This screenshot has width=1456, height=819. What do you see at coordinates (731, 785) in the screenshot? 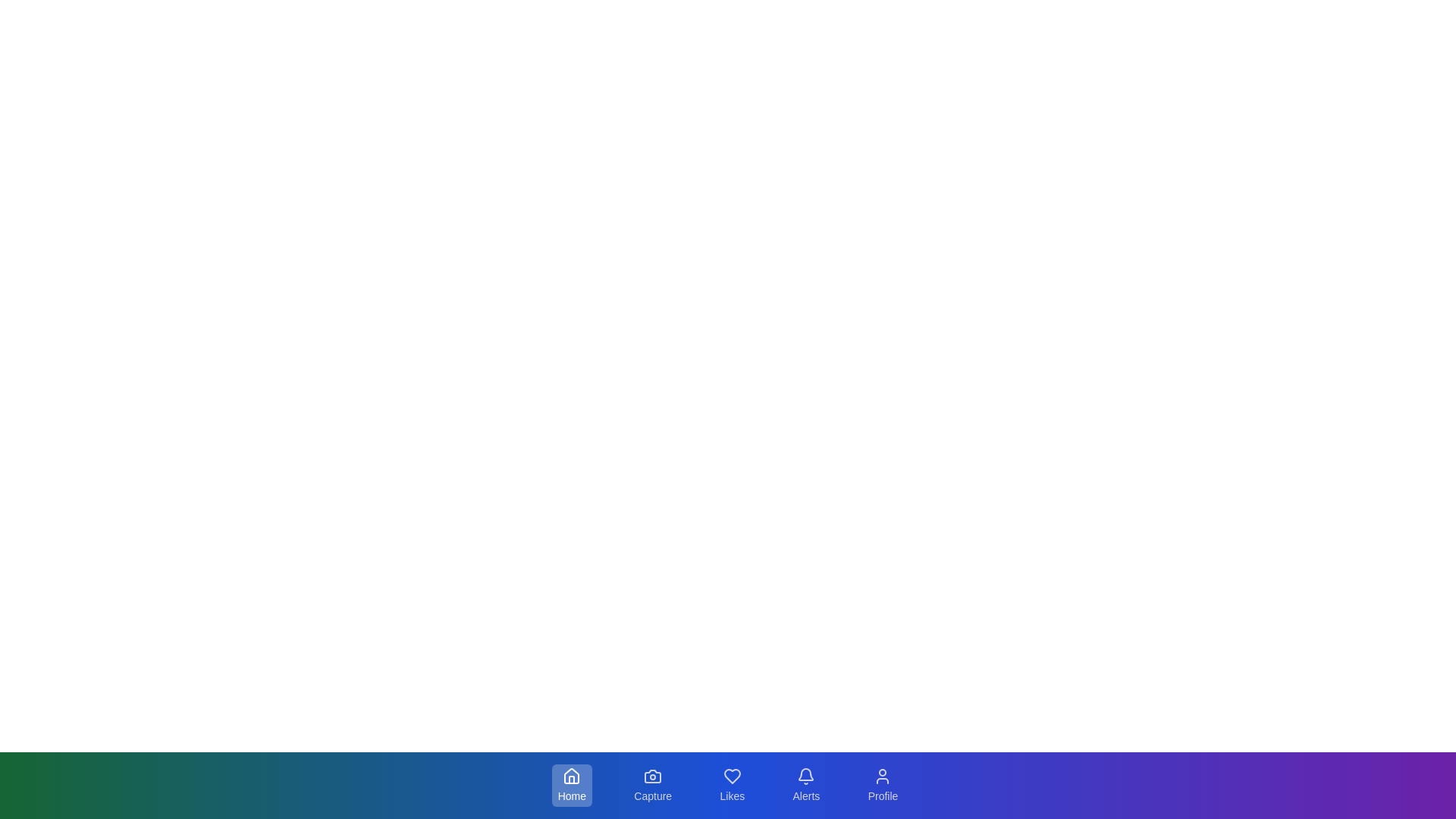
I see `the button labeled Likes to observe the visual feedback` at bounding box center [731, 785].